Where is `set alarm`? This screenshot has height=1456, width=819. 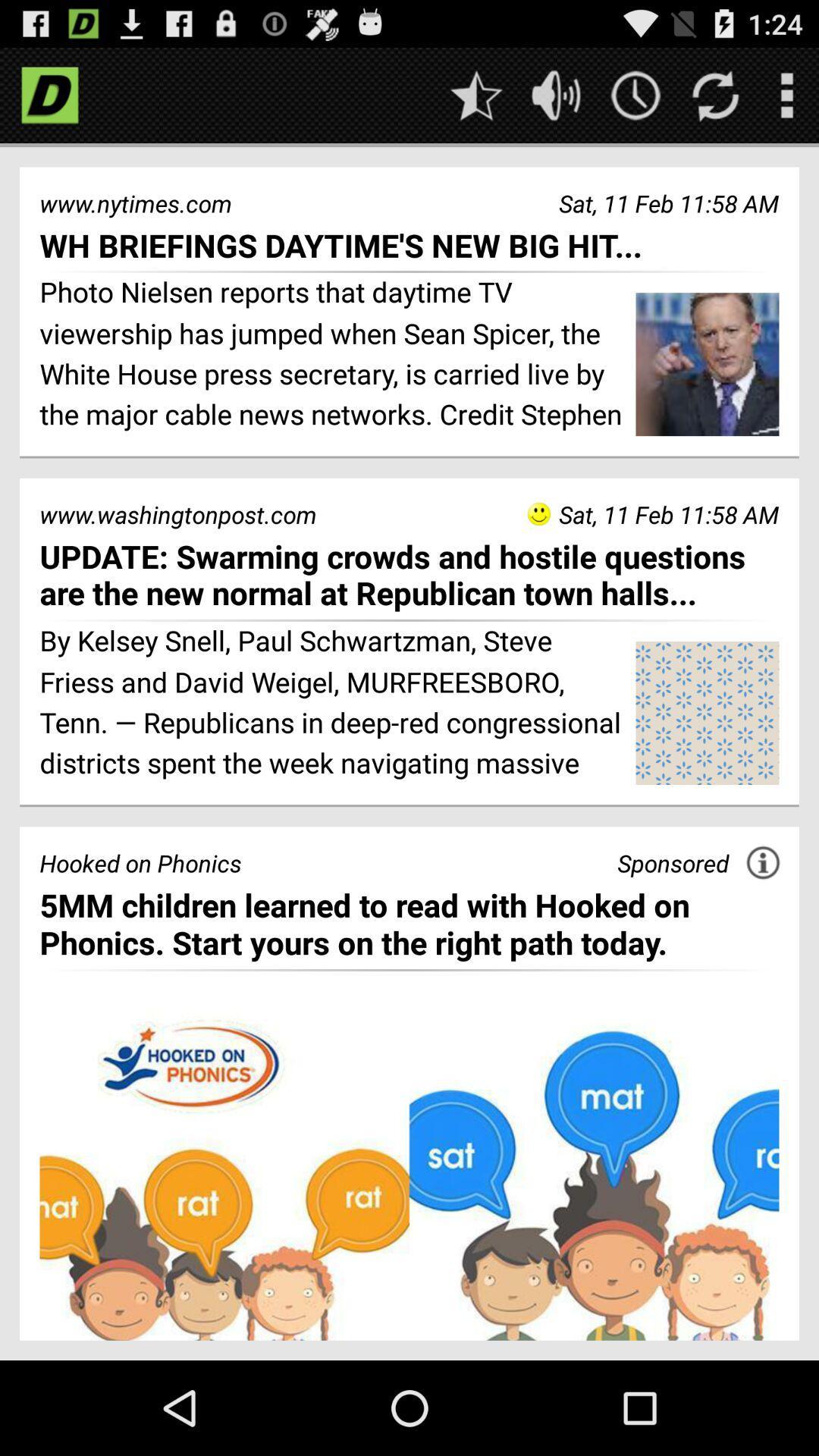
set alarm is located at coordinates (635, 94).